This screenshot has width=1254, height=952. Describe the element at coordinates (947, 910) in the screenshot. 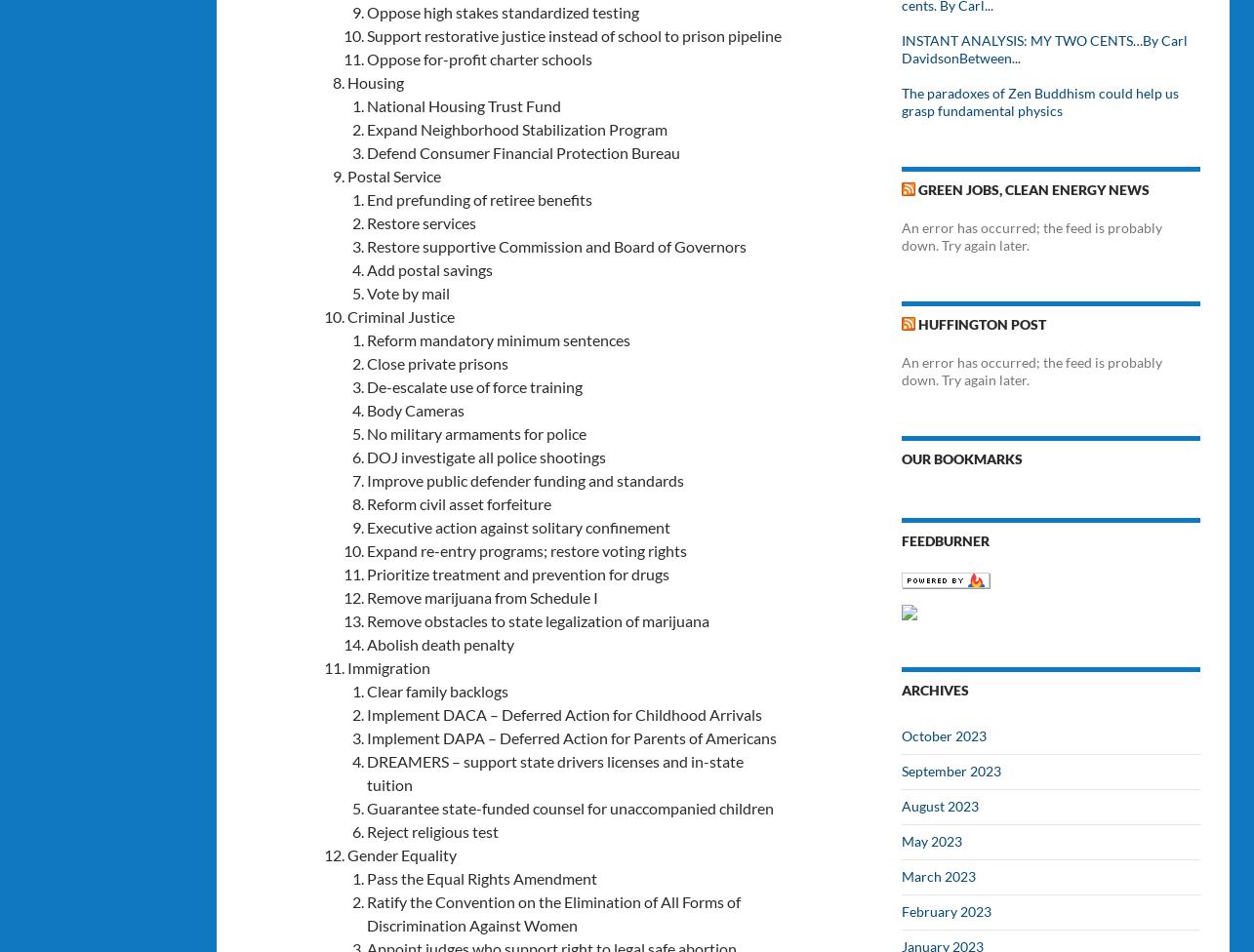

I see `'February 2023'` at that location.